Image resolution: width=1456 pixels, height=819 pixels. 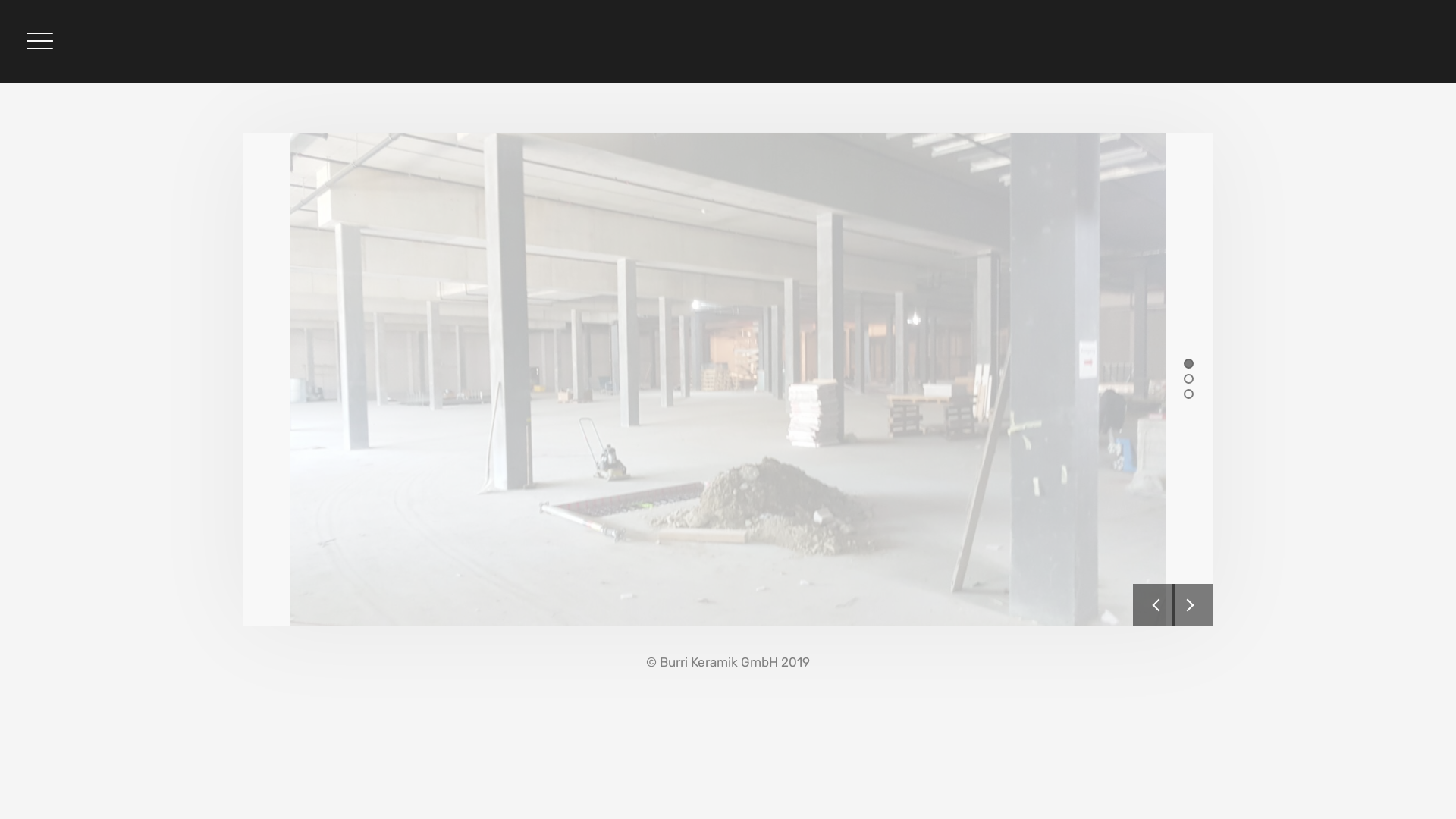 What do you see at coordinates (1188, 392) in the screenshot?
I see `'3'` at bounding box center [1188, 392].